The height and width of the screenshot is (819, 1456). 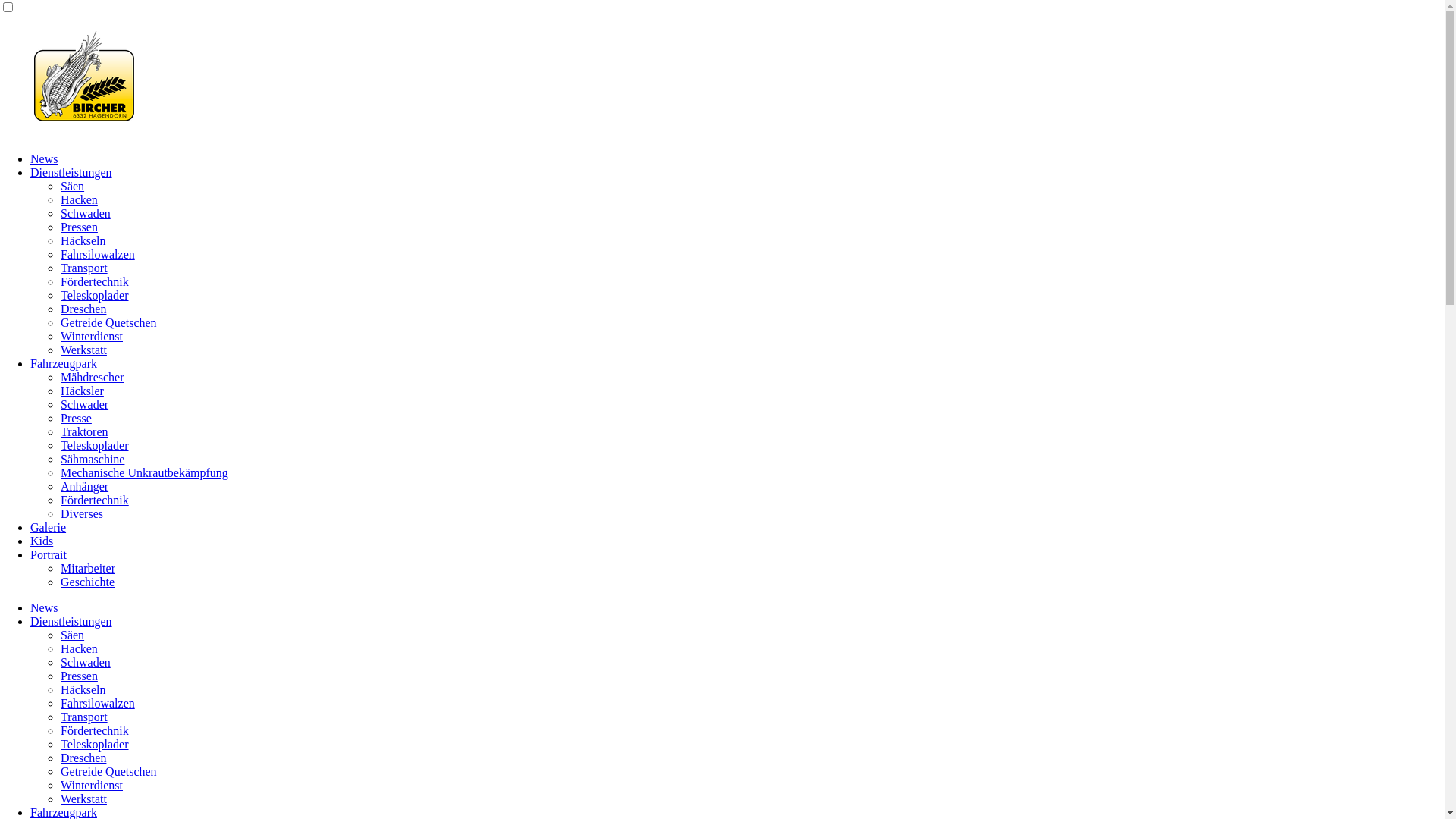 I want to click on 'Fahrsilowalzen', so click(x=97, y=703).